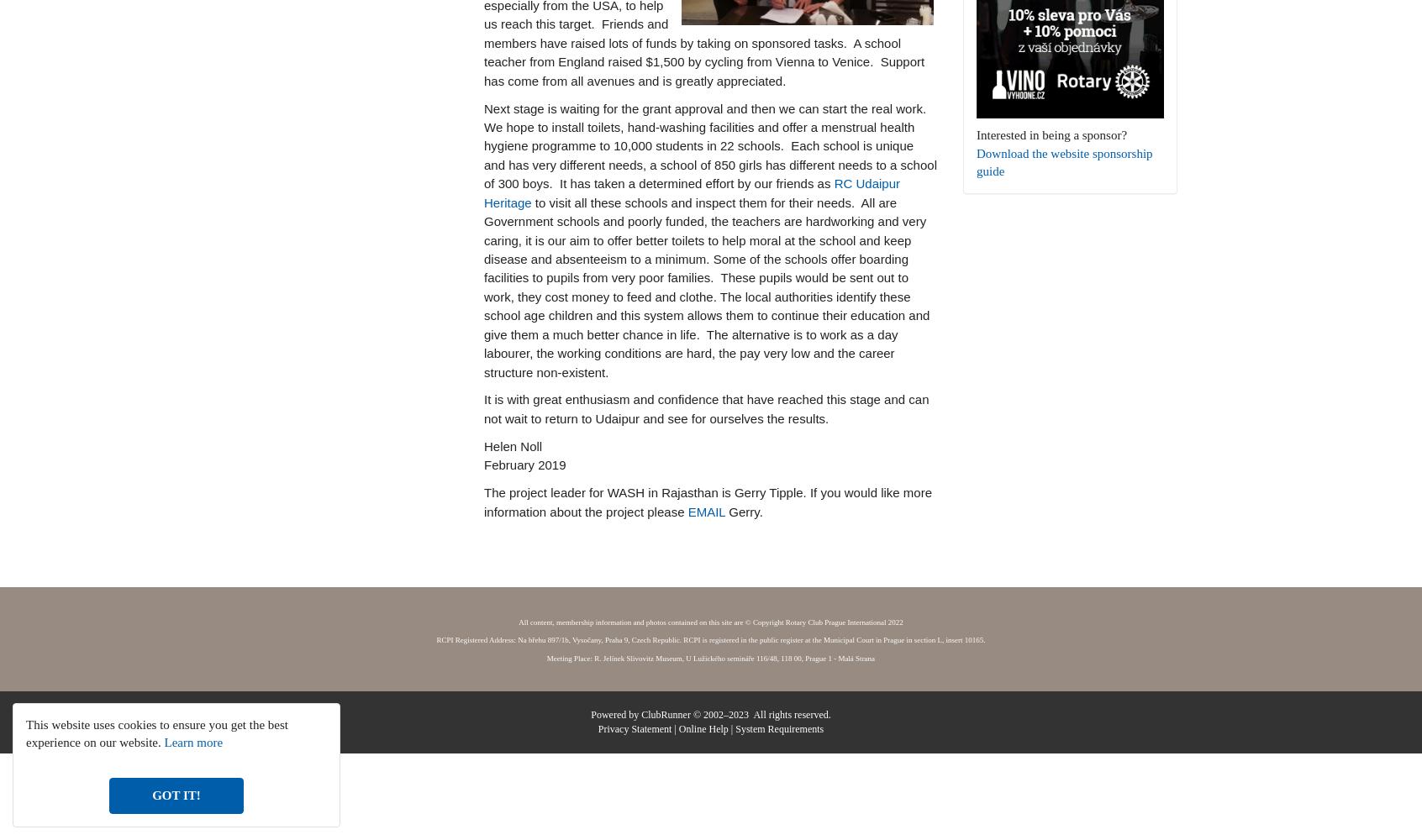  I want to click on 'Online Help', so click(678, 728).